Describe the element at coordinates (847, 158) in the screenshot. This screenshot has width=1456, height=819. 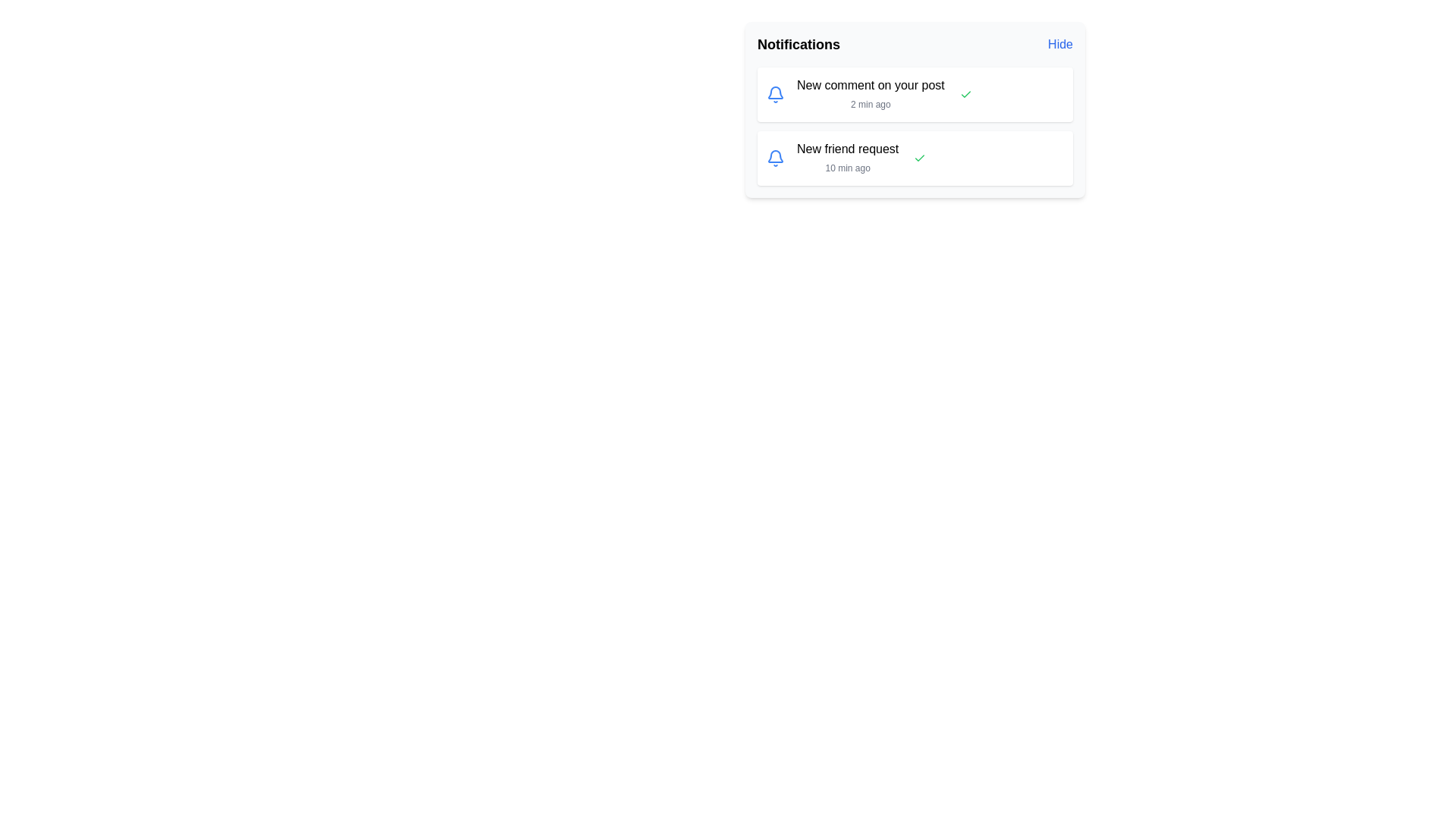
I see `notification information from the text label indicating a new friend request received 10 minutes ago, which is the second item in the notification list below the 'New comment on your post' notification` at that location.